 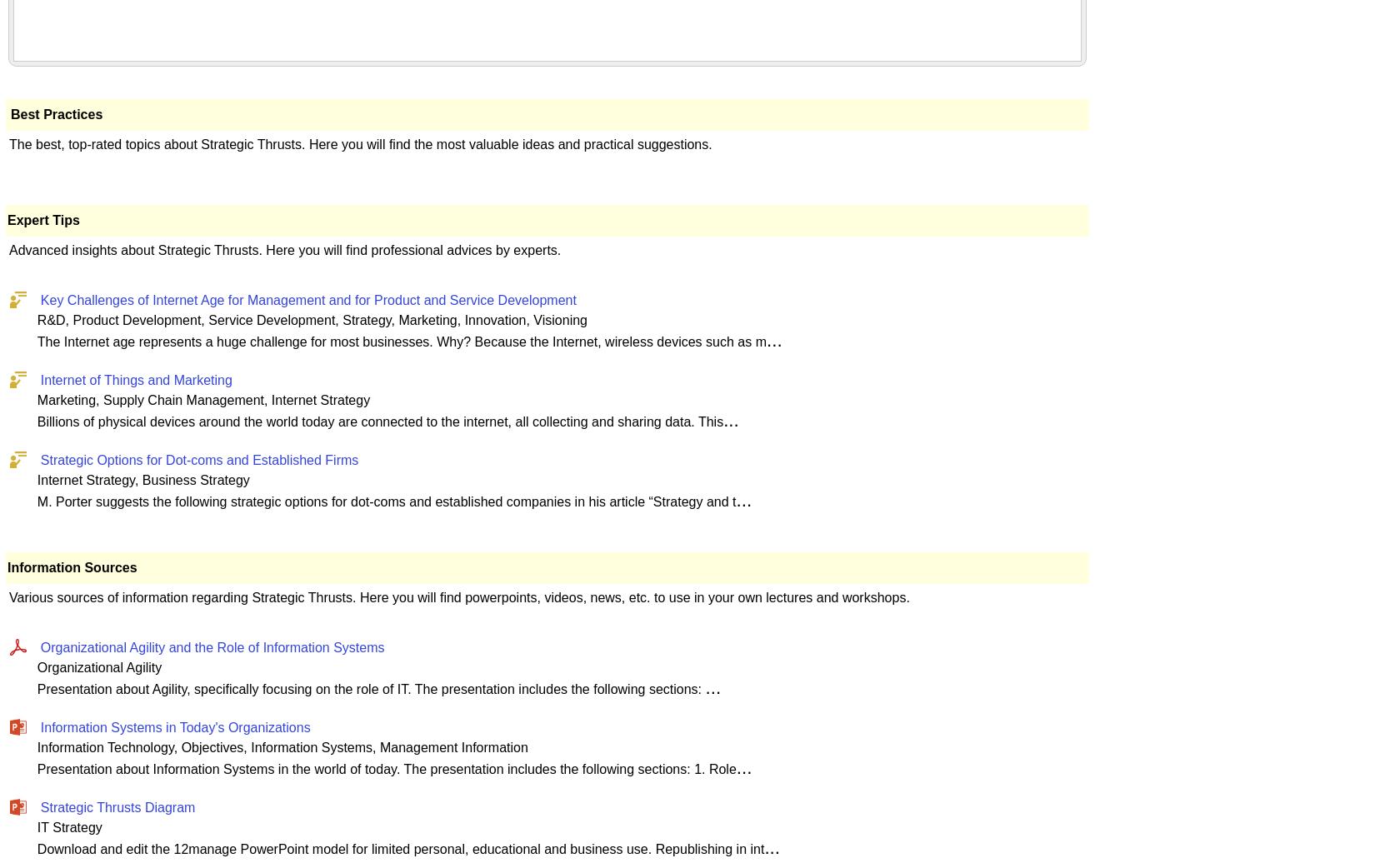 What do you see at coordinates (56, 113) in the screenshot?
I see `'Best Practices'` at bounding box center [56, 113].